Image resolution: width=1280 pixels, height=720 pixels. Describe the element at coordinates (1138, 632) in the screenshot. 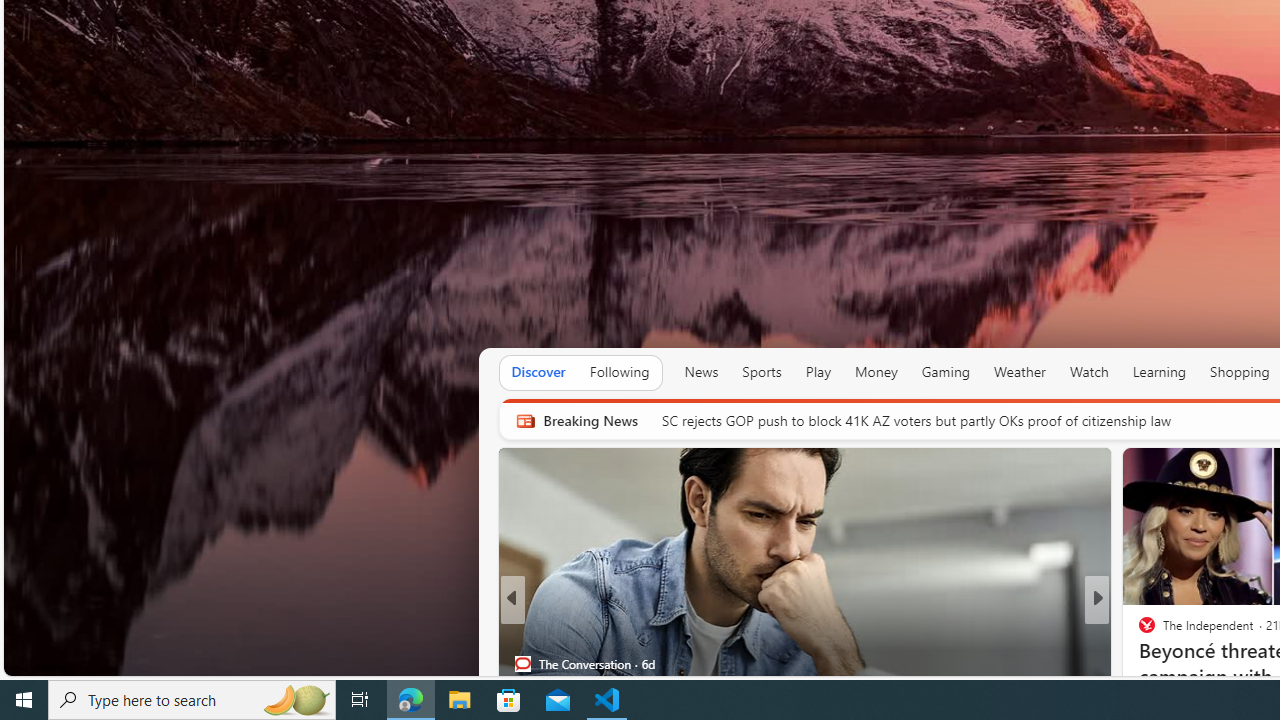

I see `'CNBC'` at that location.